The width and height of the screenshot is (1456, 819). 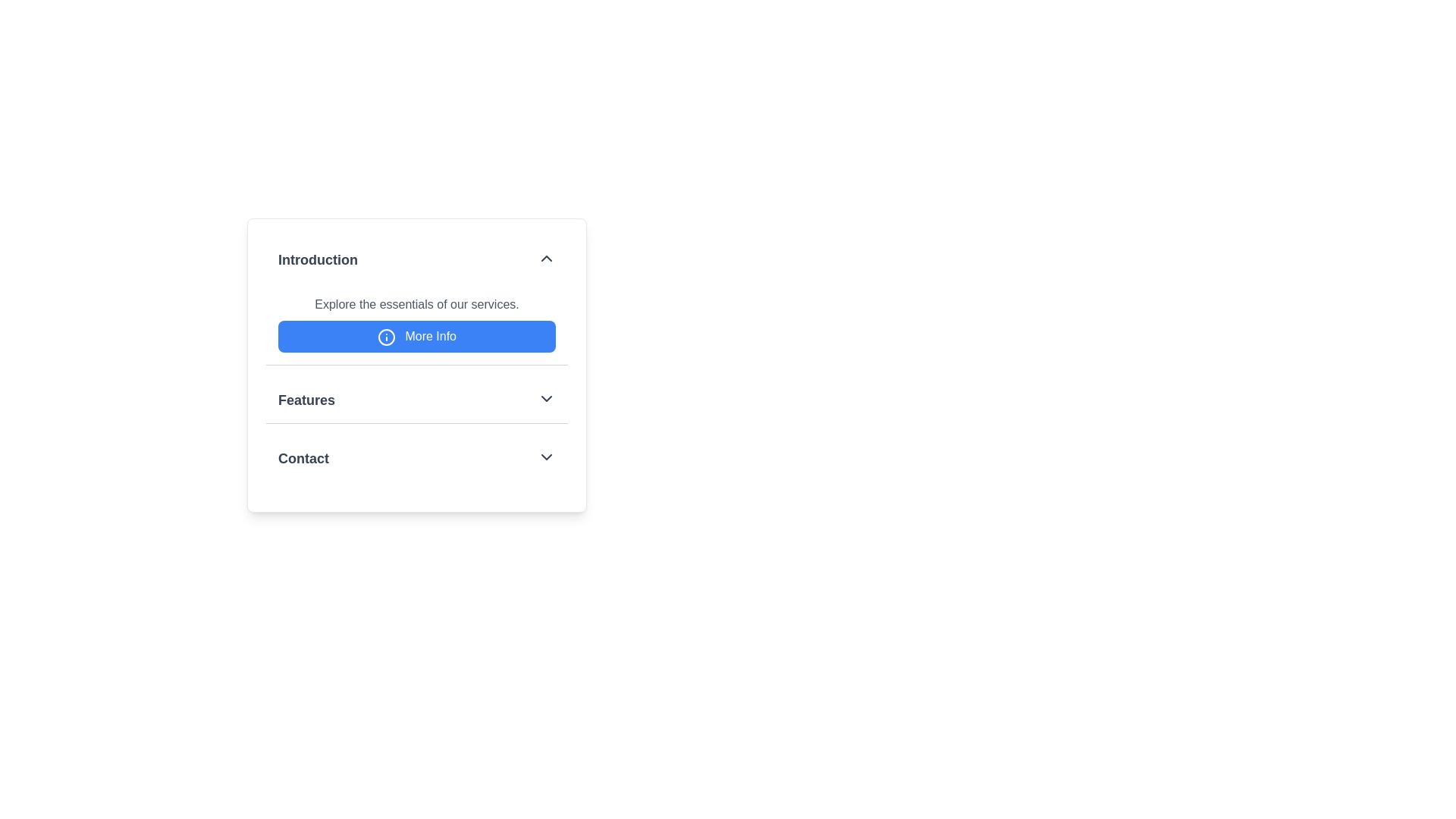 What do you see at coordinates (546, 397) in the screenshot?
I see `the downwards-facing chevron arrow icon next to the 'Features' section label` at bounding box center [546, 397].